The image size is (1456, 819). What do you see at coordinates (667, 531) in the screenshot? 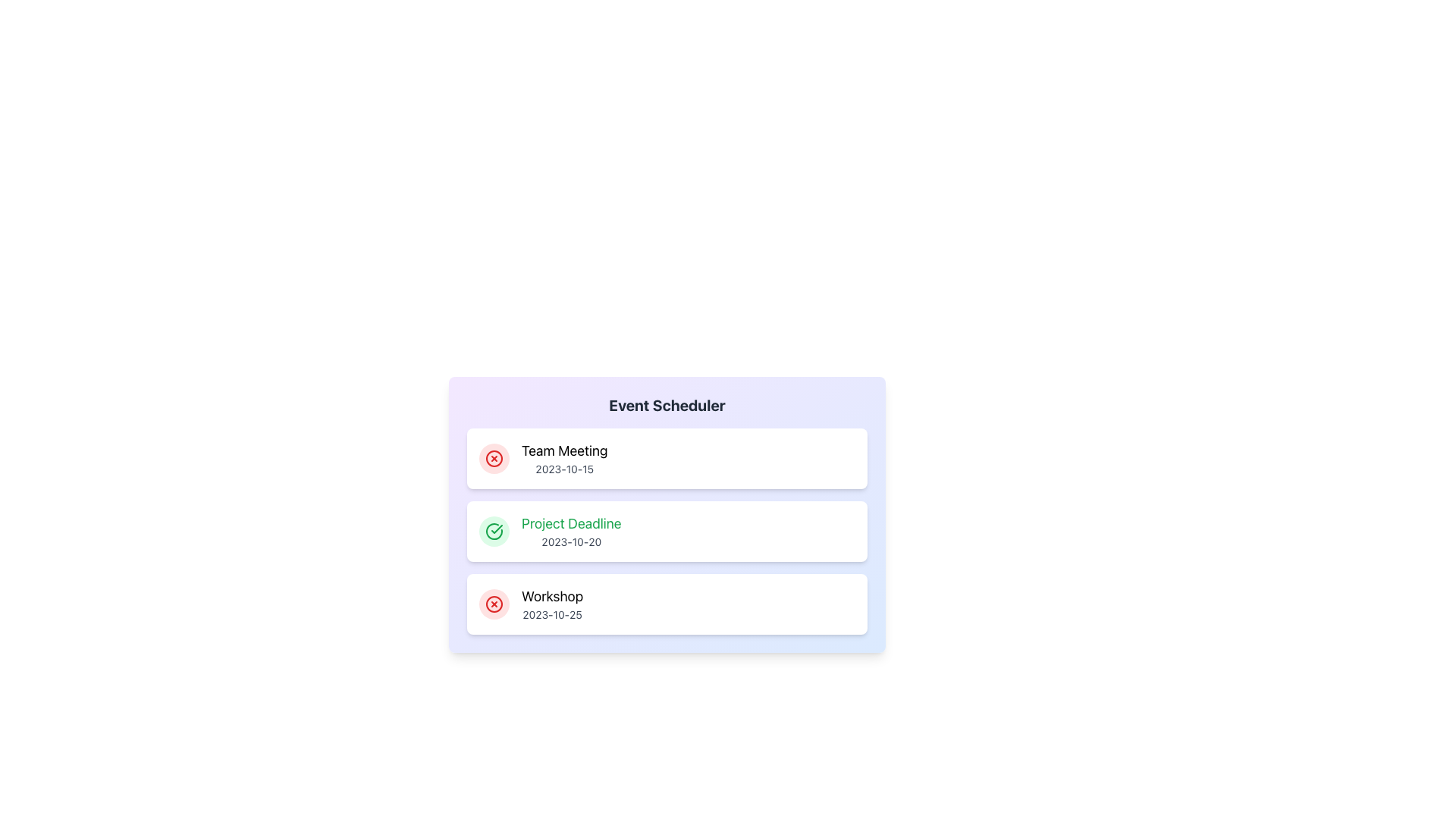
I see `the List Item labeled 'Project Deadline' in the Event Scheduler to get more information` at bounding box center [667, 531].